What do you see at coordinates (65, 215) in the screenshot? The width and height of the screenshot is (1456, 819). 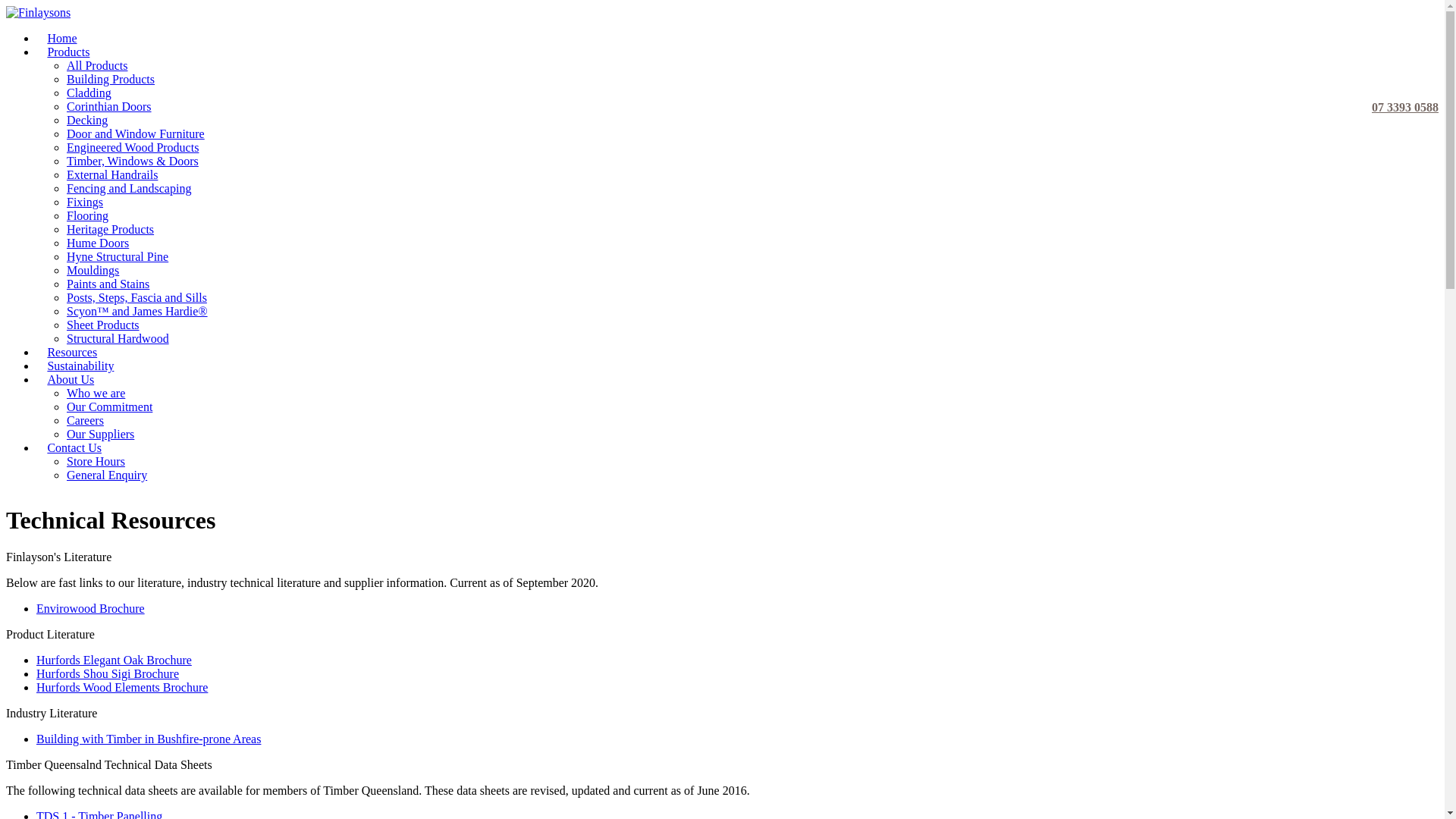 I see `'Flooring'` at bounding box center [65, 215].